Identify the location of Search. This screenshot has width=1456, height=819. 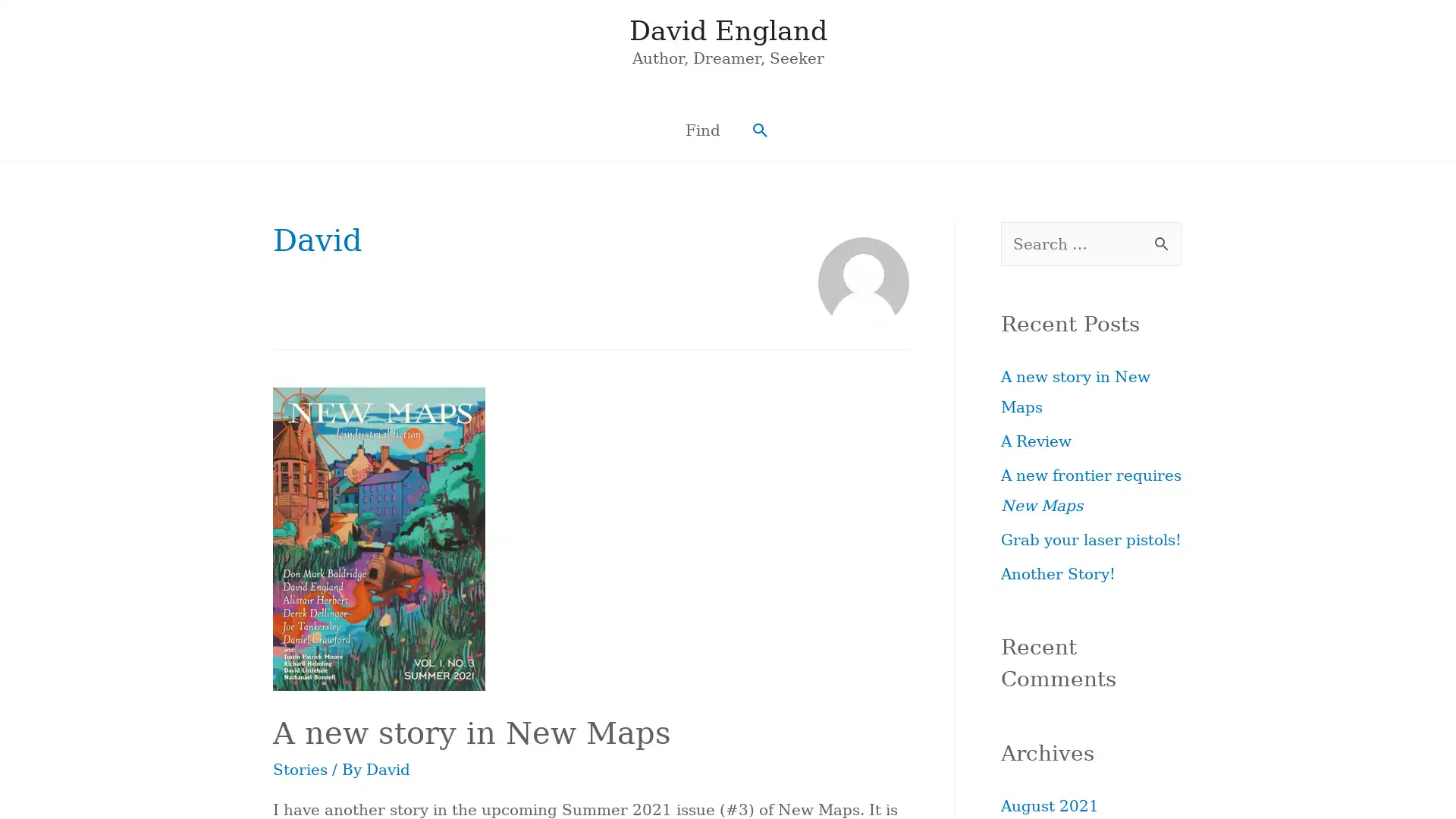
(1164, 245).